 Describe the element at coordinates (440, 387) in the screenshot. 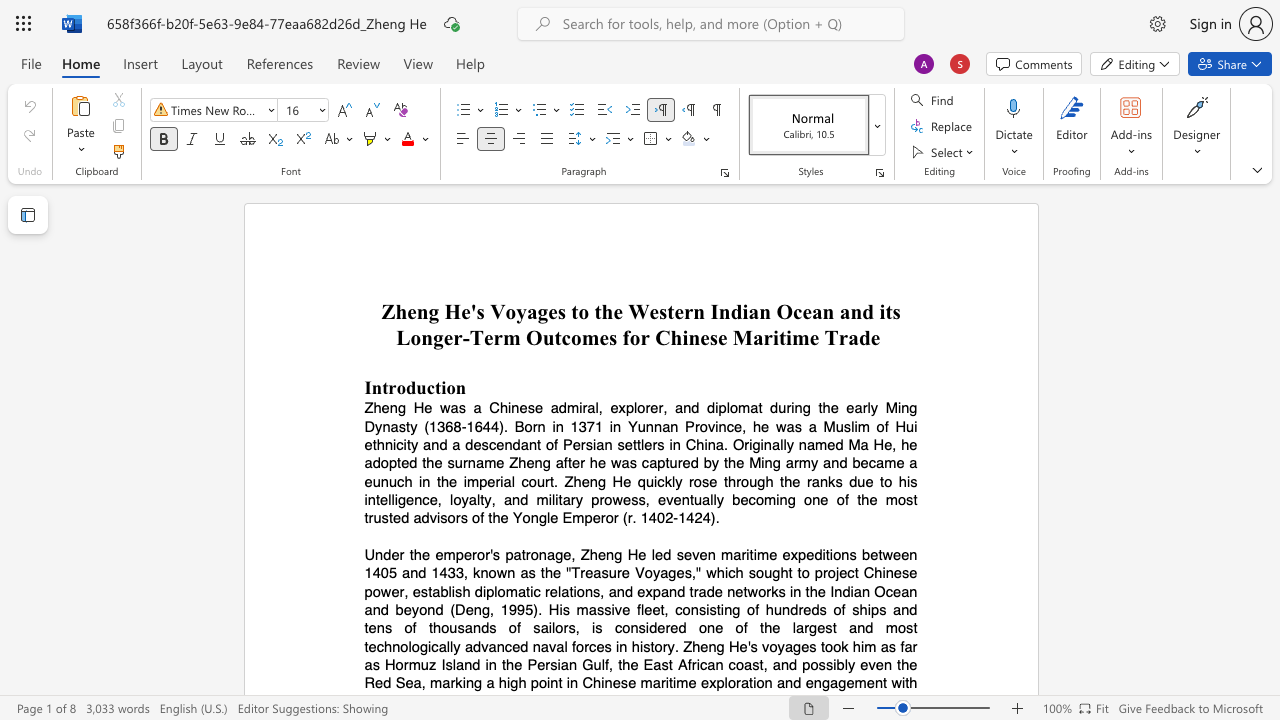

I see `the subset text "ion" within the text "Introduction"` at that location.